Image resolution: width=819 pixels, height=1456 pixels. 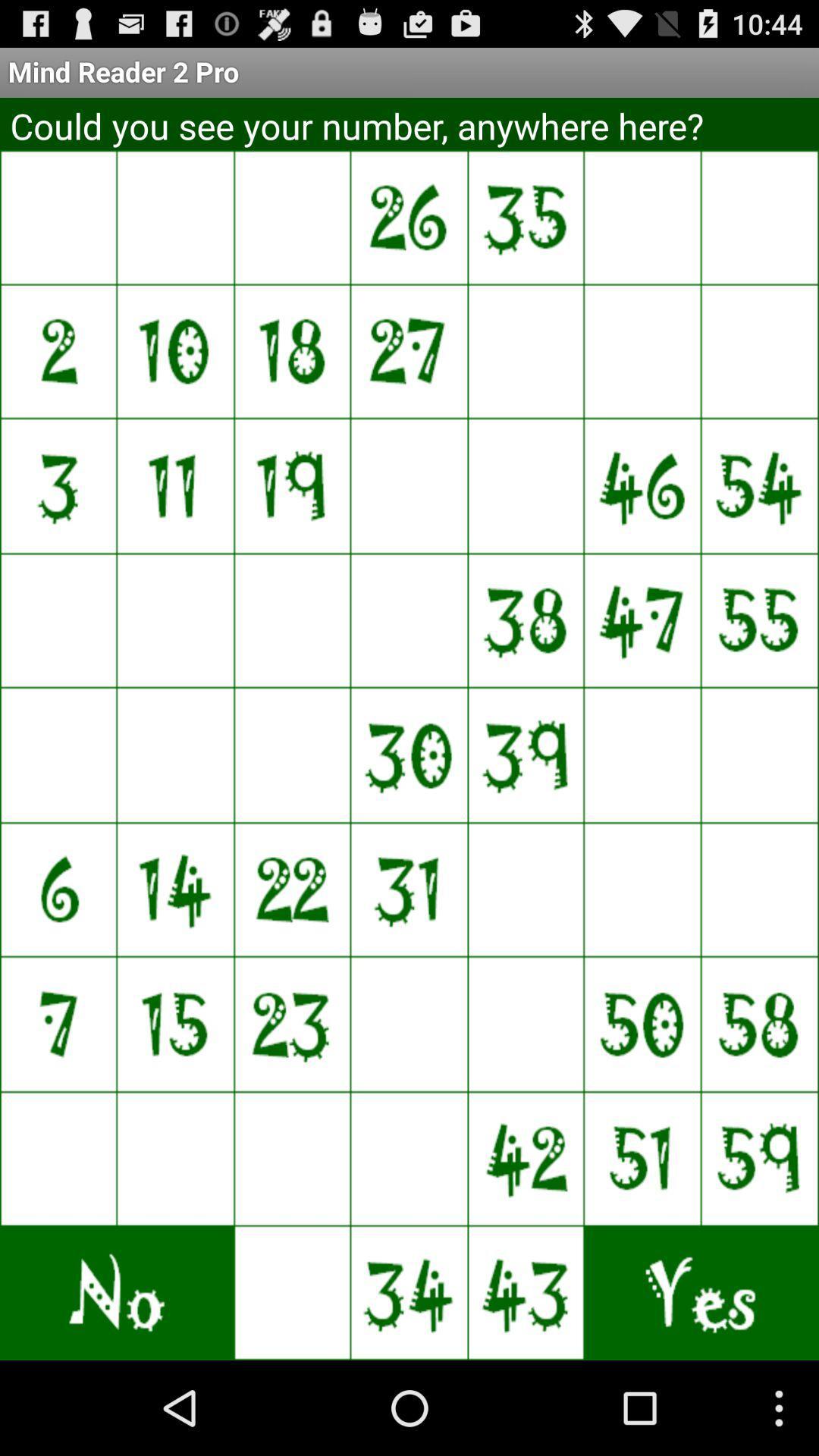 I want to click on numbers, so click(x=643, y=755).